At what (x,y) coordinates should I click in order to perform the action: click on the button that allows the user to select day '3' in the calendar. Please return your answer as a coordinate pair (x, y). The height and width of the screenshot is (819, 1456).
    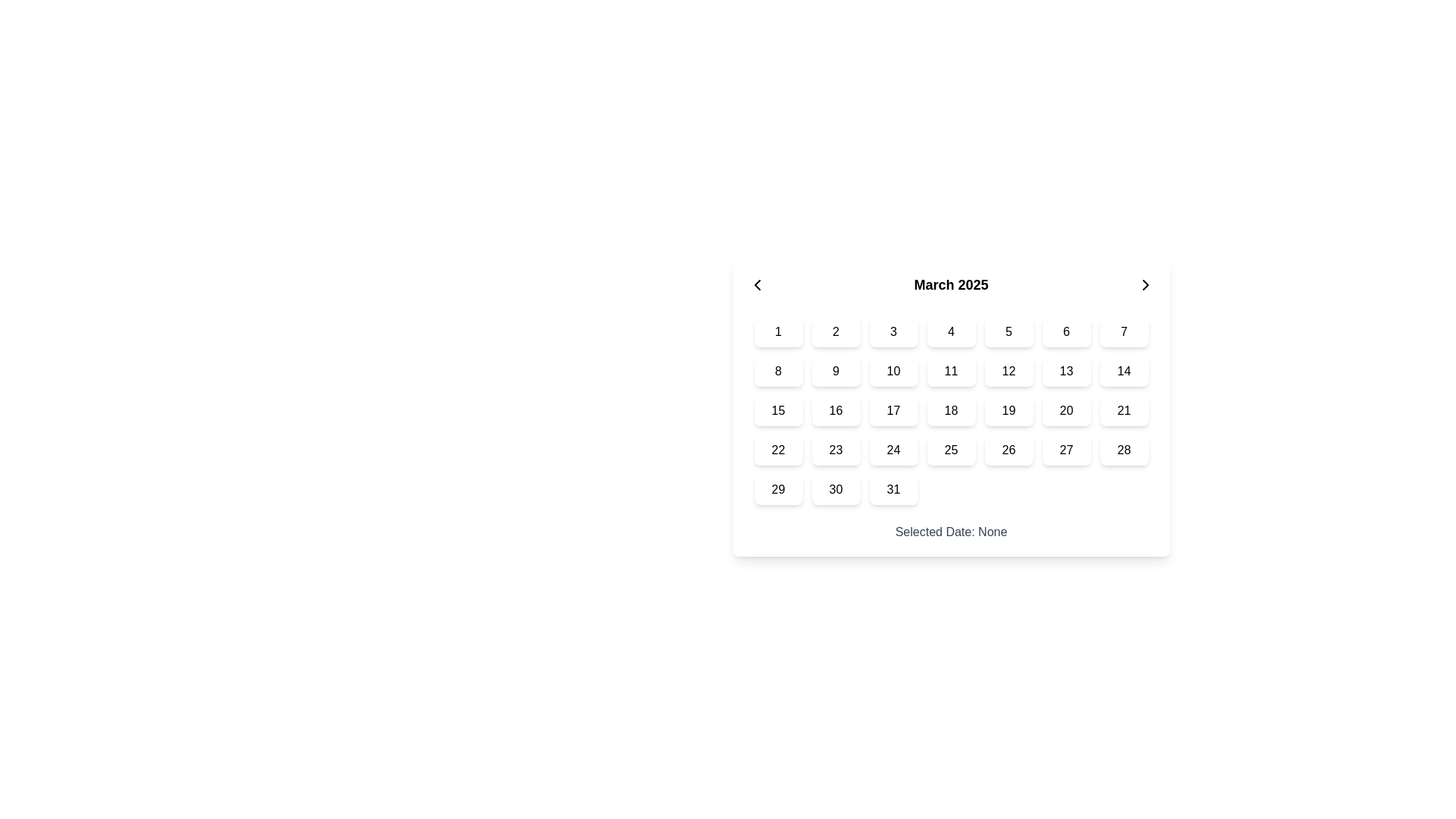
    Looking at the image, I should click on (893, 331).